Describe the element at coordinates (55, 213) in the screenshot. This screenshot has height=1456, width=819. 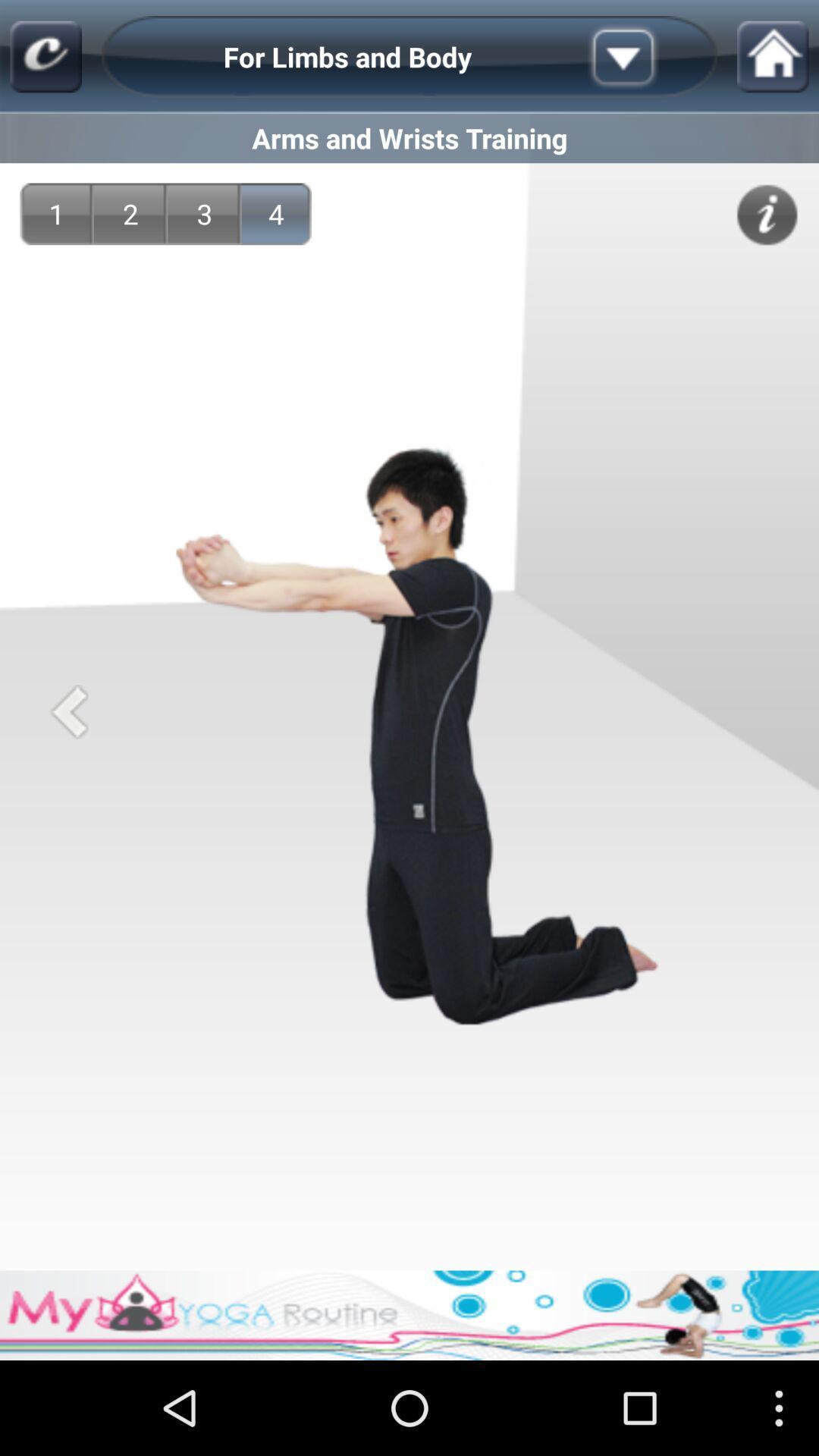
I see `item next to the 2 icon` at that location.